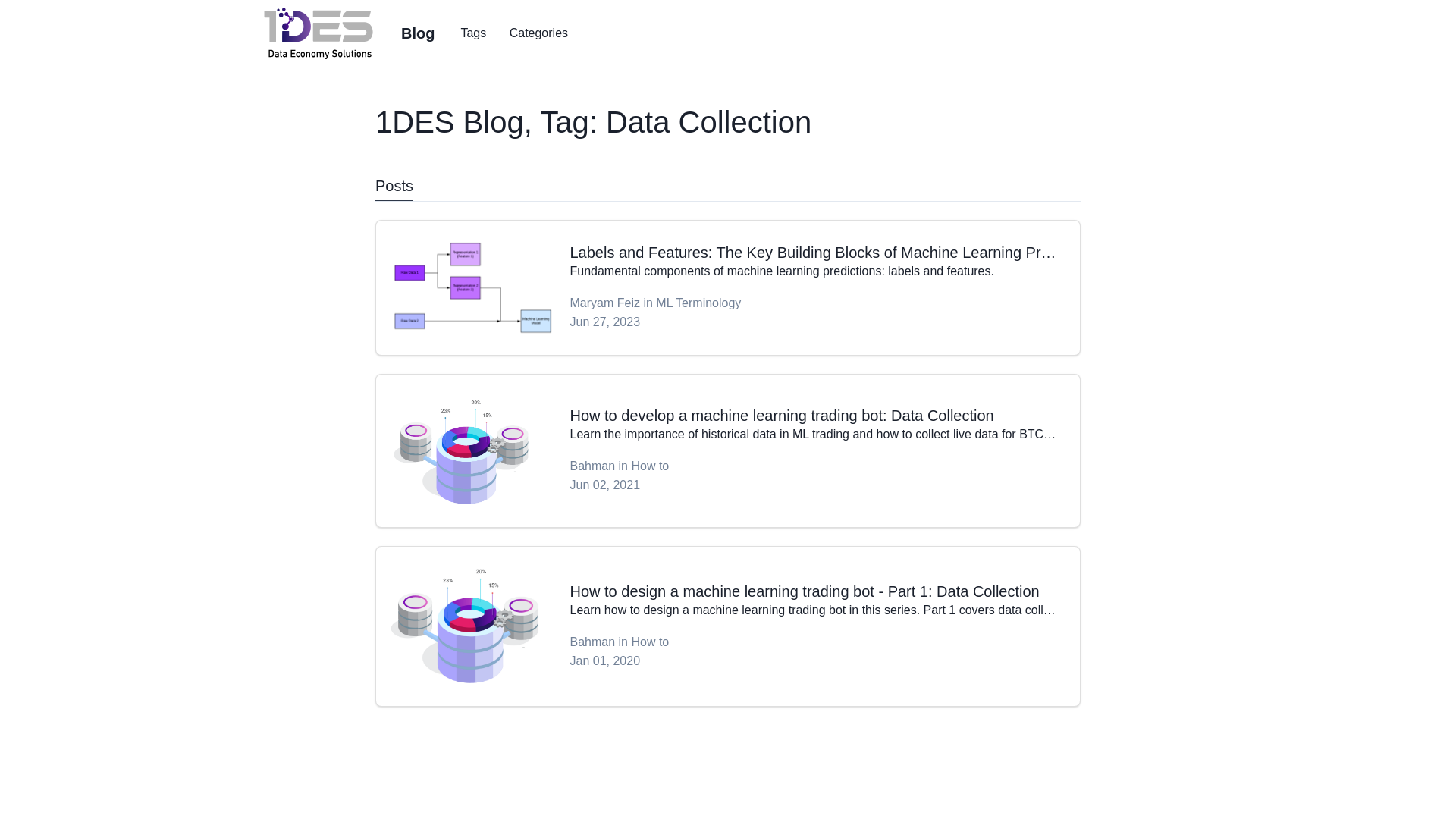  What do you see at coordinates (538, 33) in the screenshot?
I see `'Categories'` at bounding box center [538, 33].